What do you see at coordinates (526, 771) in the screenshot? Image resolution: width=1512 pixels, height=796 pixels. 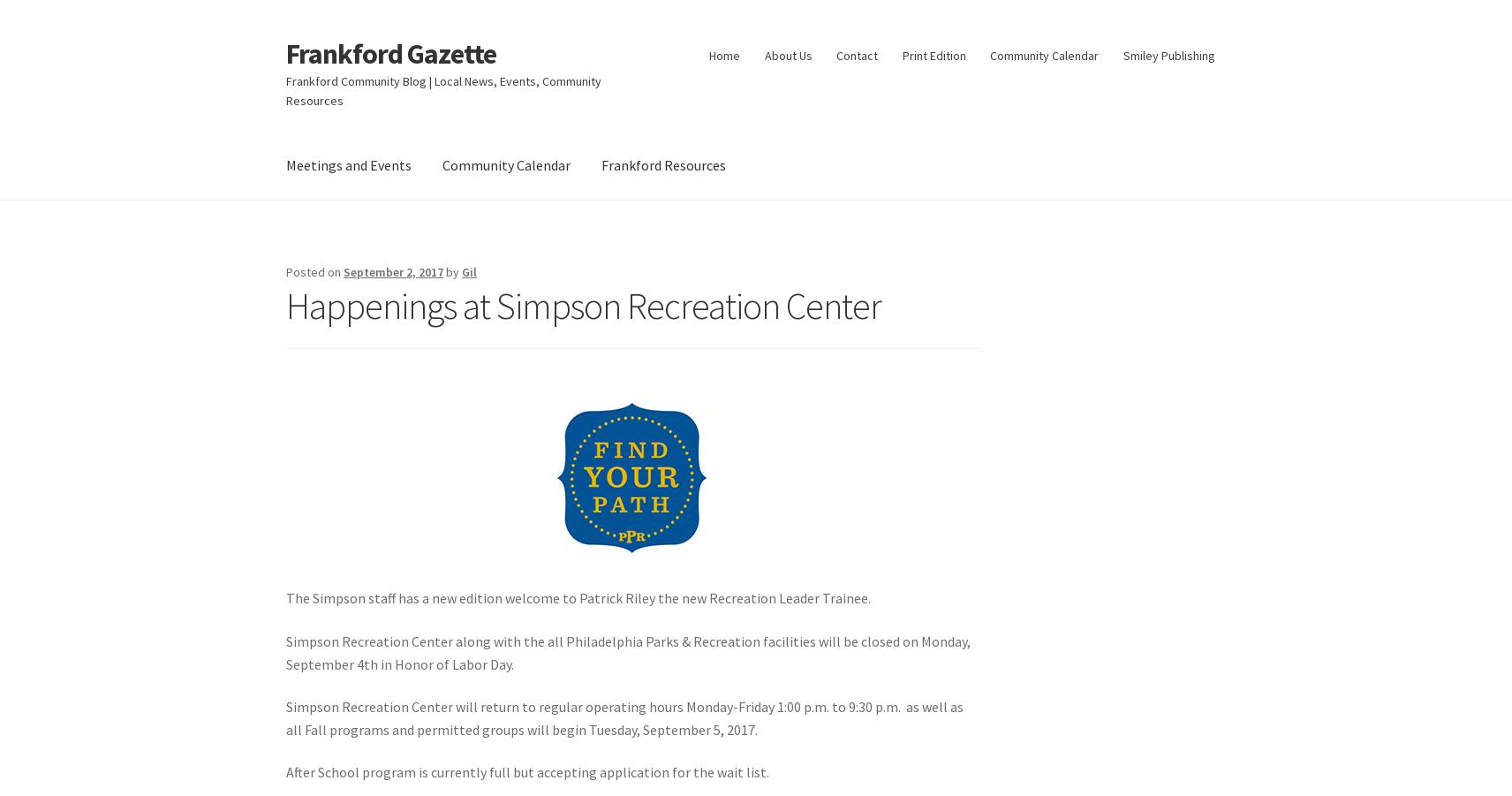 I see `'After School program is currently full but accepting application for the wait list.'` at bounding box center [526, 771].